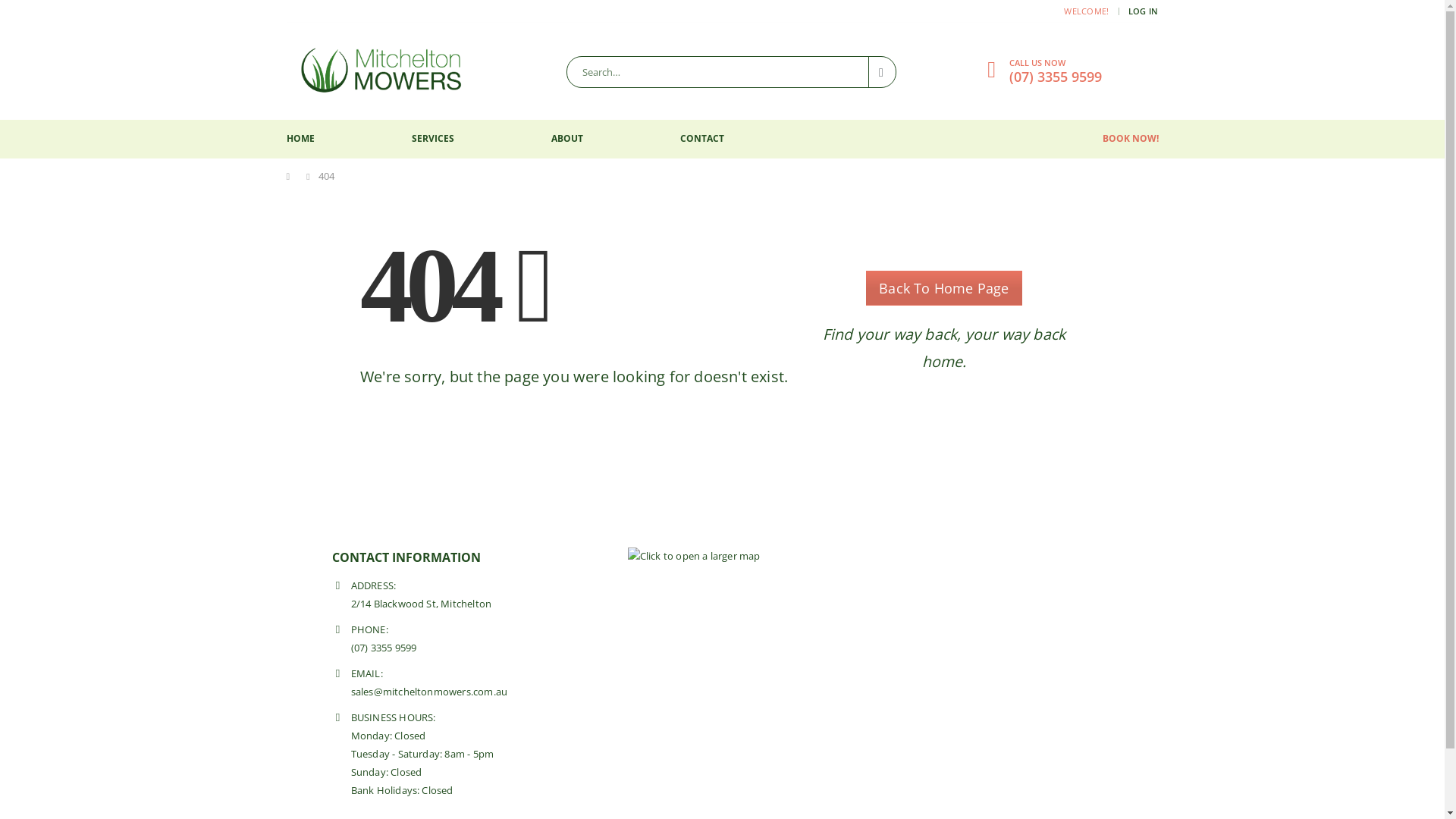 The image size is (1456, 819). Describe the element at coordinates (693, 556) in the screenshot. I see `'Click to open a larger map'` at that location.